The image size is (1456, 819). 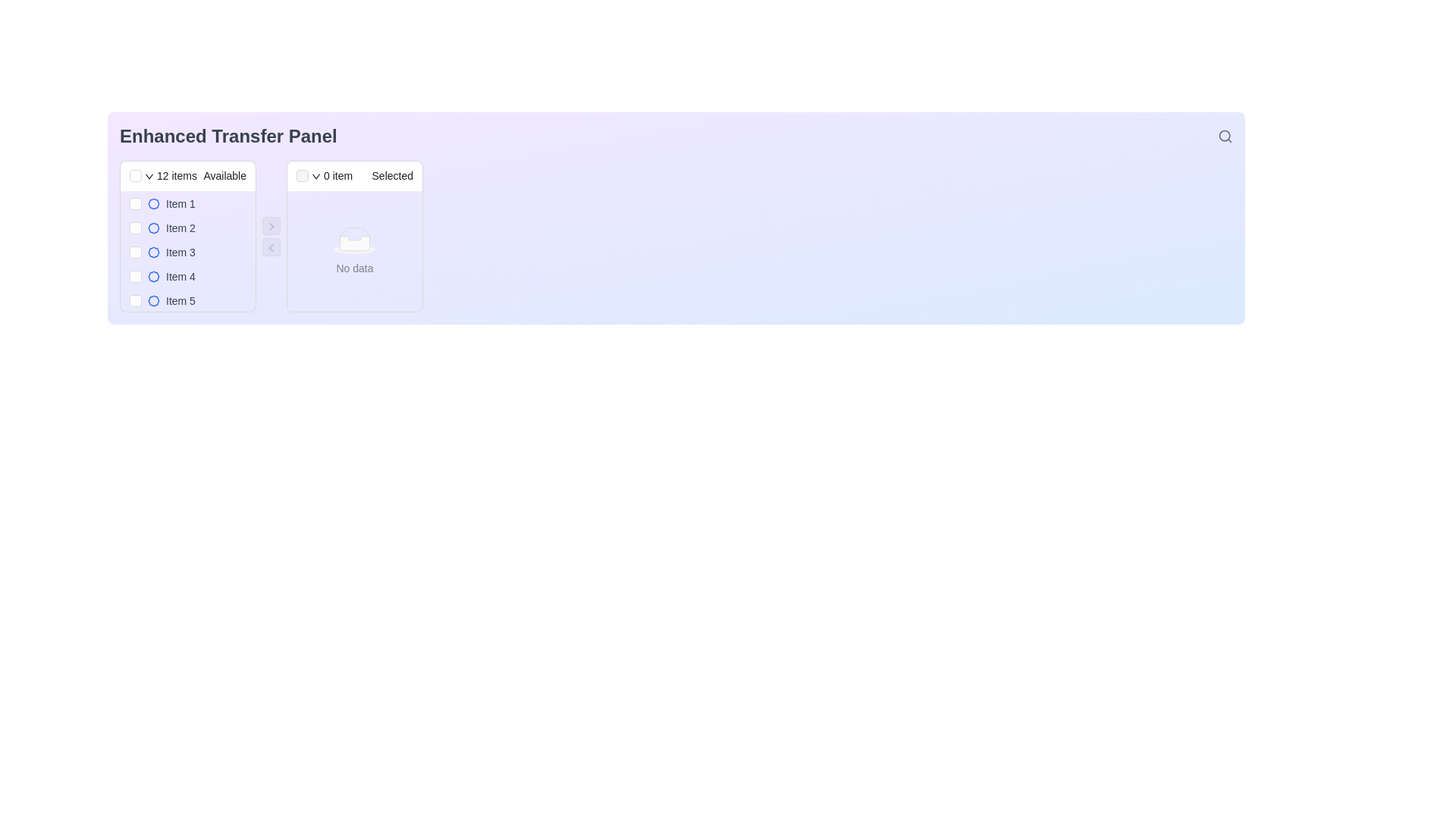 I want to click on the selection indicator associated with the text label 'Item 3' in the selectable list under the panel labeled 'Available', so click(x=180, y=251).